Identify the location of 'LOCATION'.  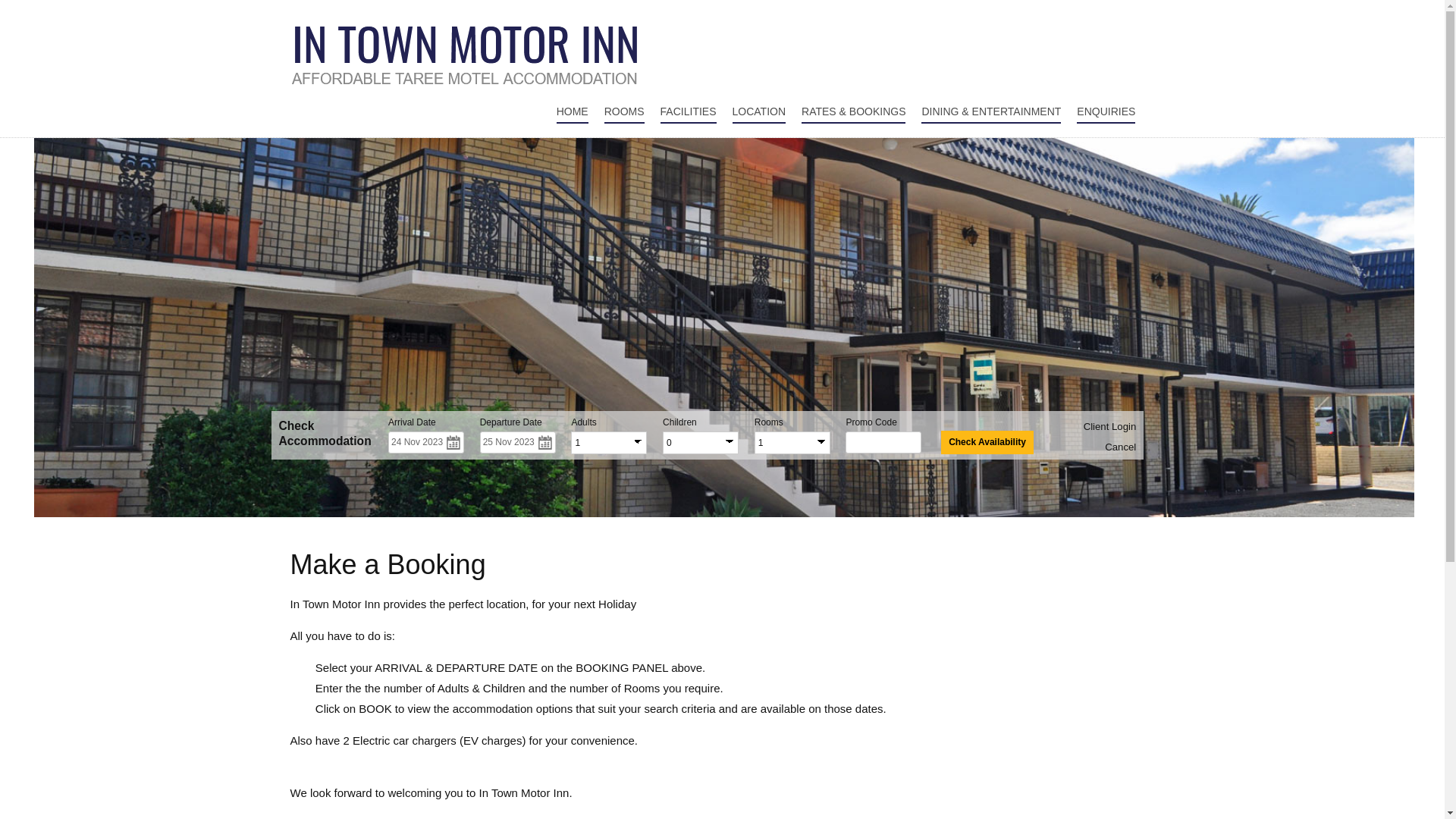
(759, 111).